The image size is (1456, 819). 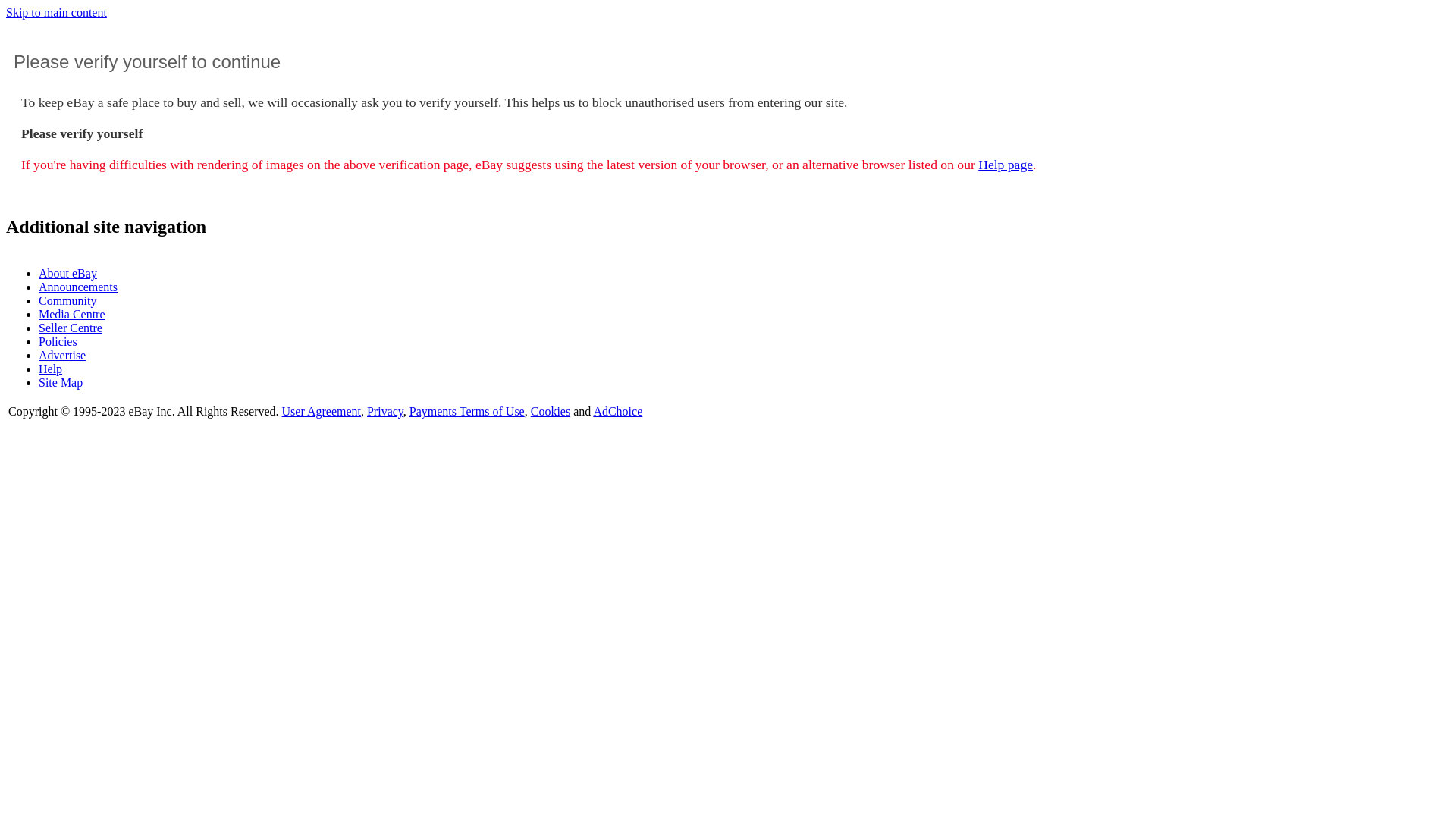 What do you see at coordinates (39, 355) in the screenshot?
I see `'Advertise'` at bounding box center [39, 355].